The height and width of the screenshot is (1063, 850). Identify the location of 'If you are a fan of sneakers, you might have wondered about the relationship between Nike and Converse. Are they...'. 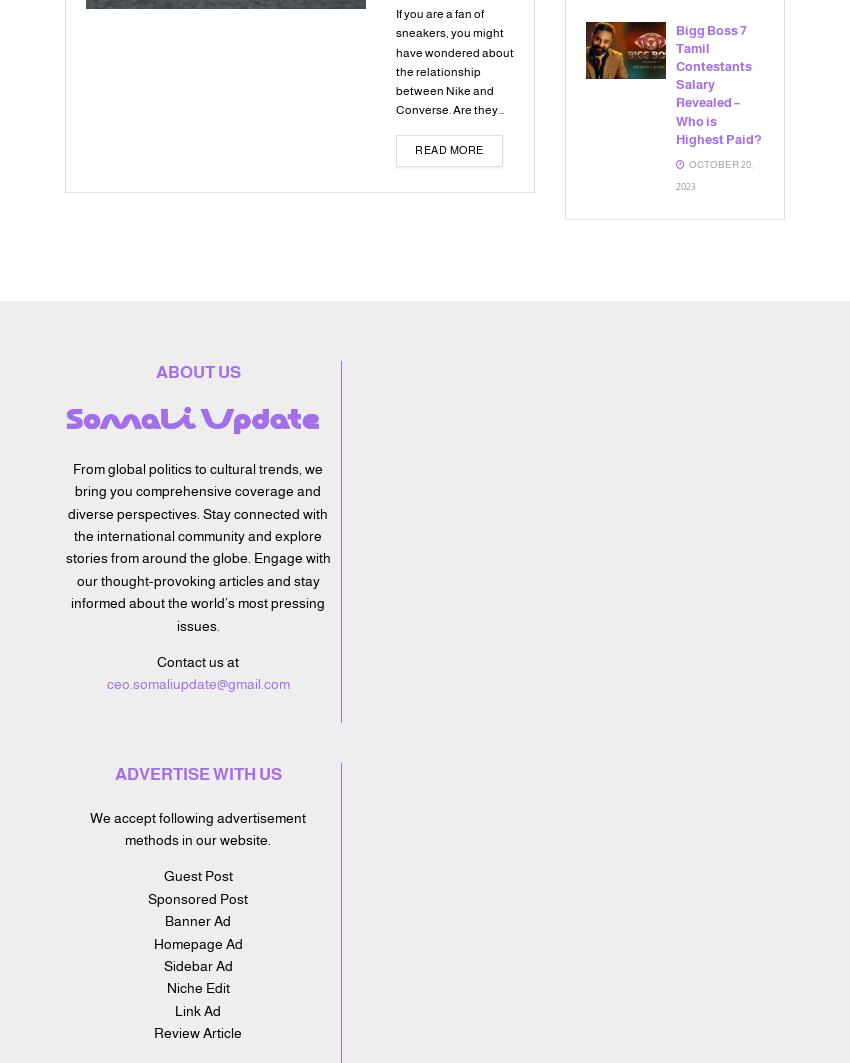
(454, 61).